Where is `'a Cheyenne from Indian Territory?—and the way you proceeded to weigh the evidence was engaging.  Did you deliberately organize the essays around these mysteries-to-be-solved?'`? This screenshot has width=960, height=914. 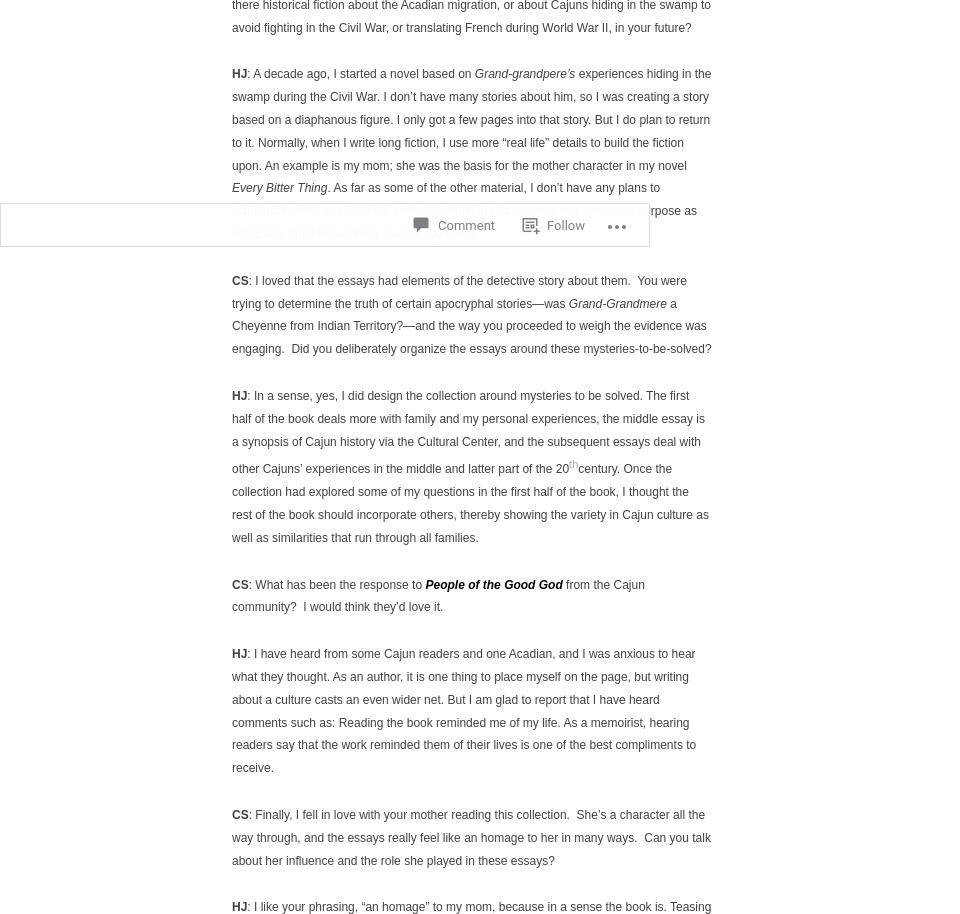 'a Cheyenne from Indian Territory?—and the way you proceeded to weigh the evidence was engaging.  Did you deliberately organize the essays around these mysteries-to-be-solved?' is located at coordinates (232, 325).